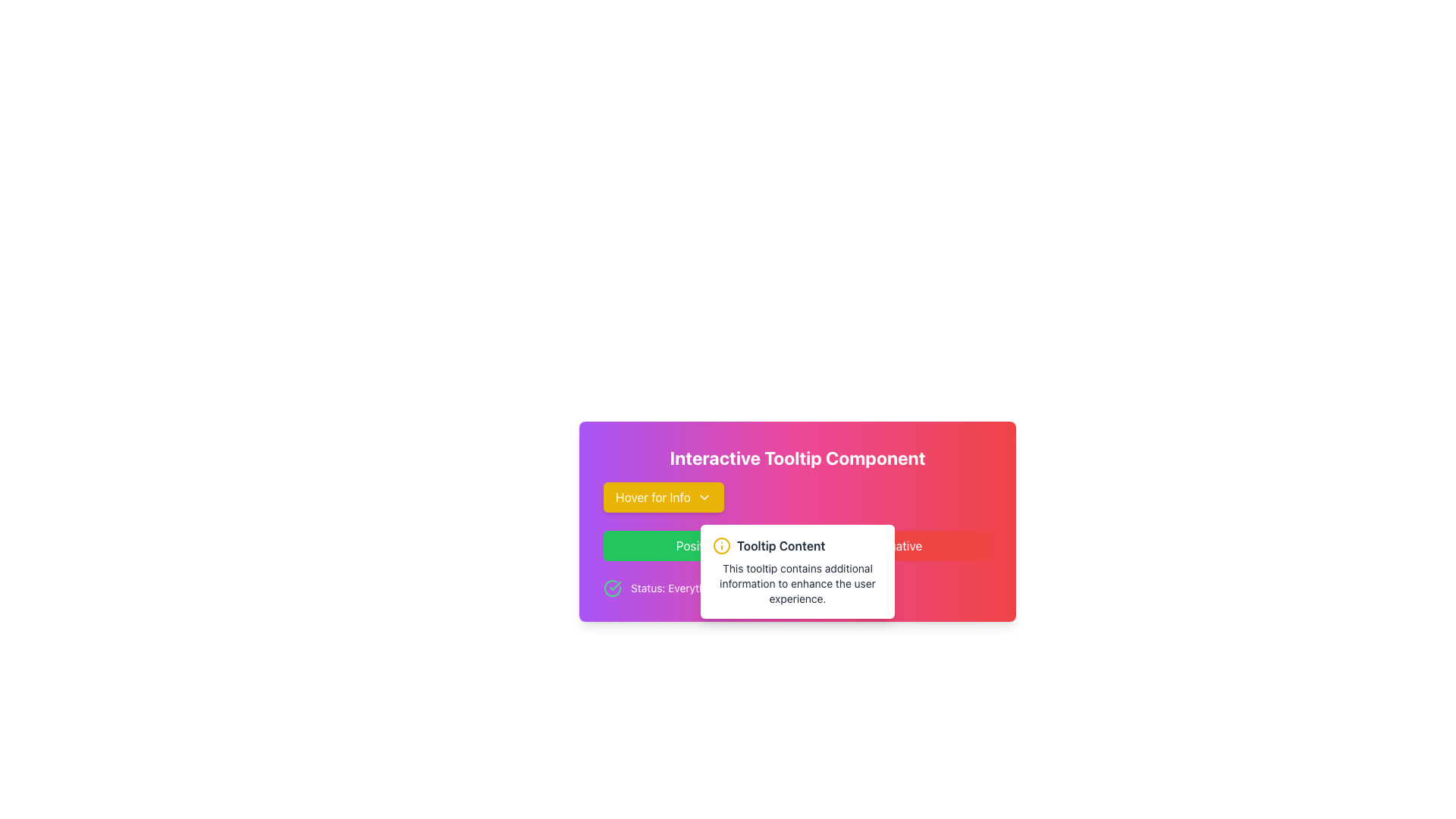 The height and width of the screenshot is (819, 1456). I want to click on the label with an icon in the tooltip, so click(796, 546).